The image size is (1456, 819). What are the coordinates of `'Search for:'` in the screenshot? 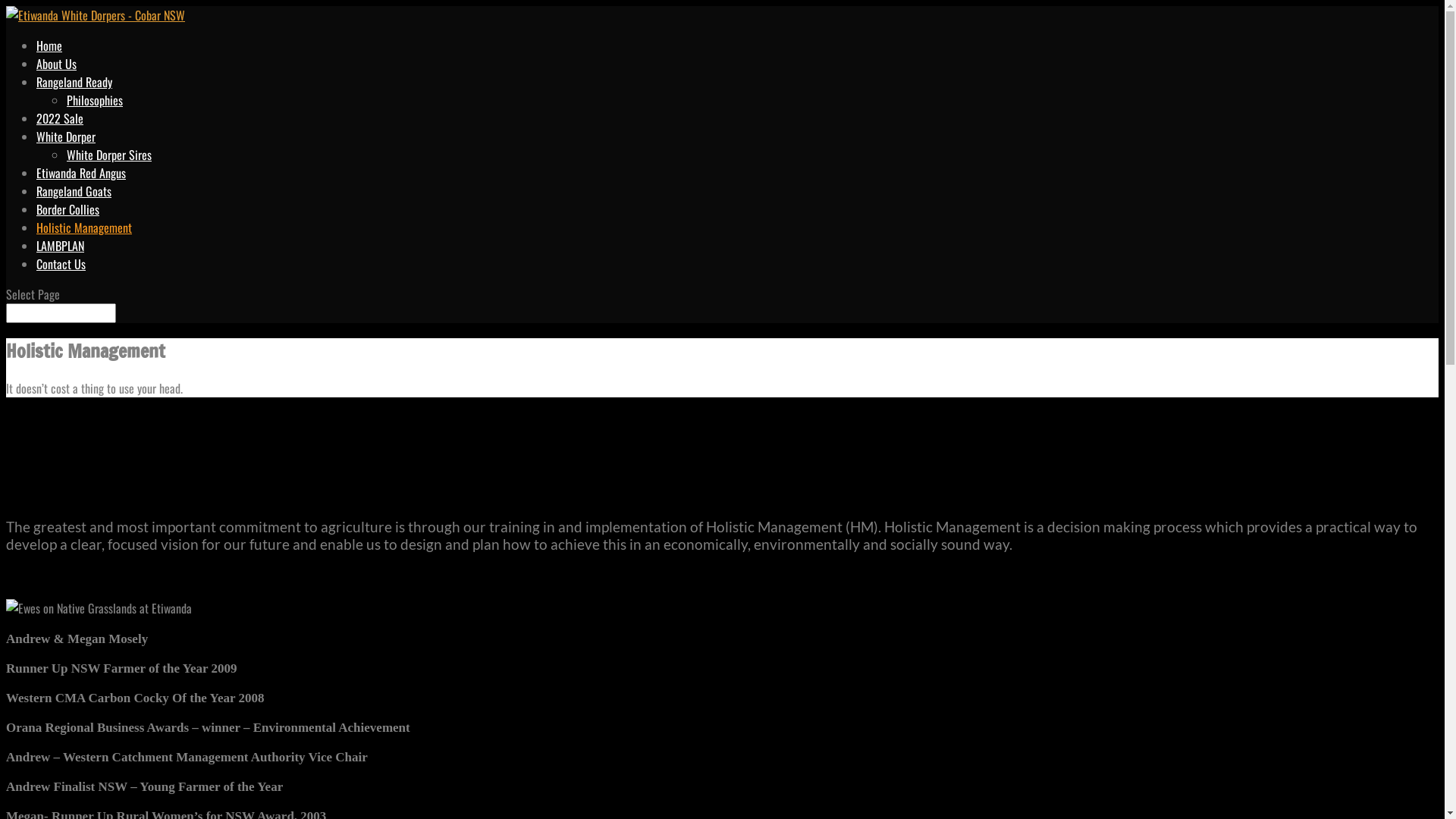 It's located at (61, 312).